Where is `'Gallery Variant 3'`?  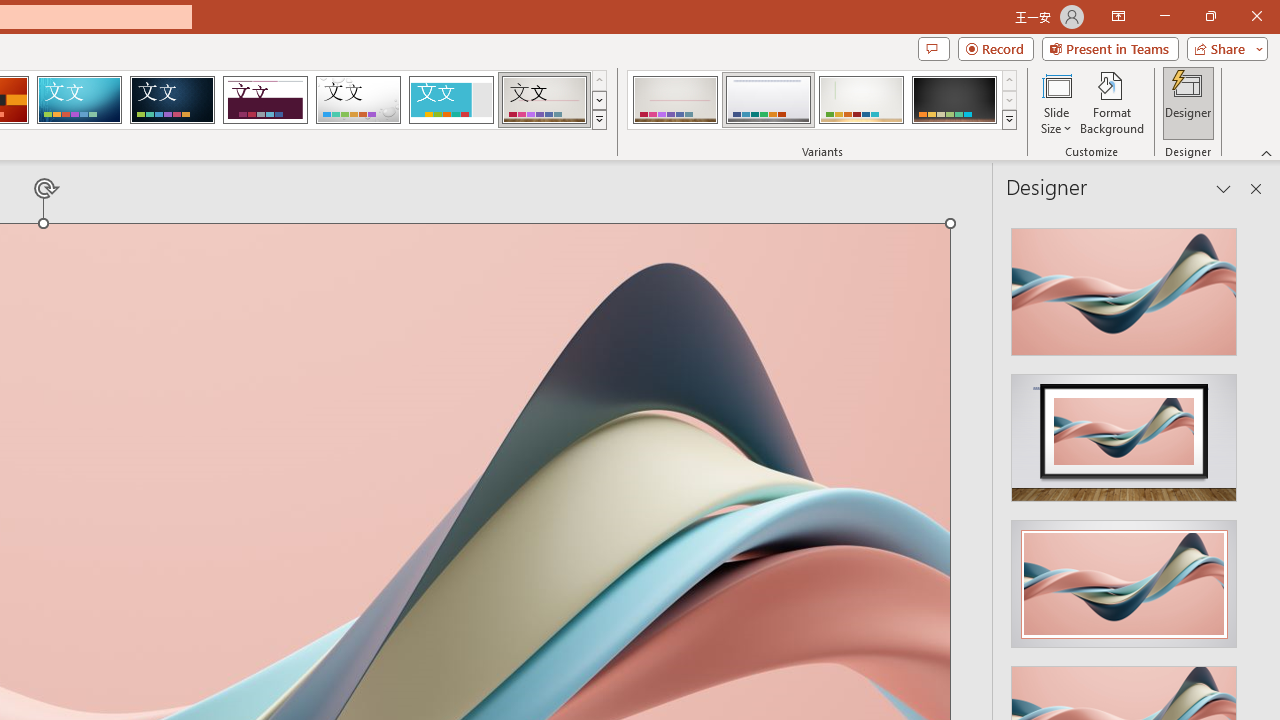
'Gallery Variant 3' is located at coordinates (861, 100).